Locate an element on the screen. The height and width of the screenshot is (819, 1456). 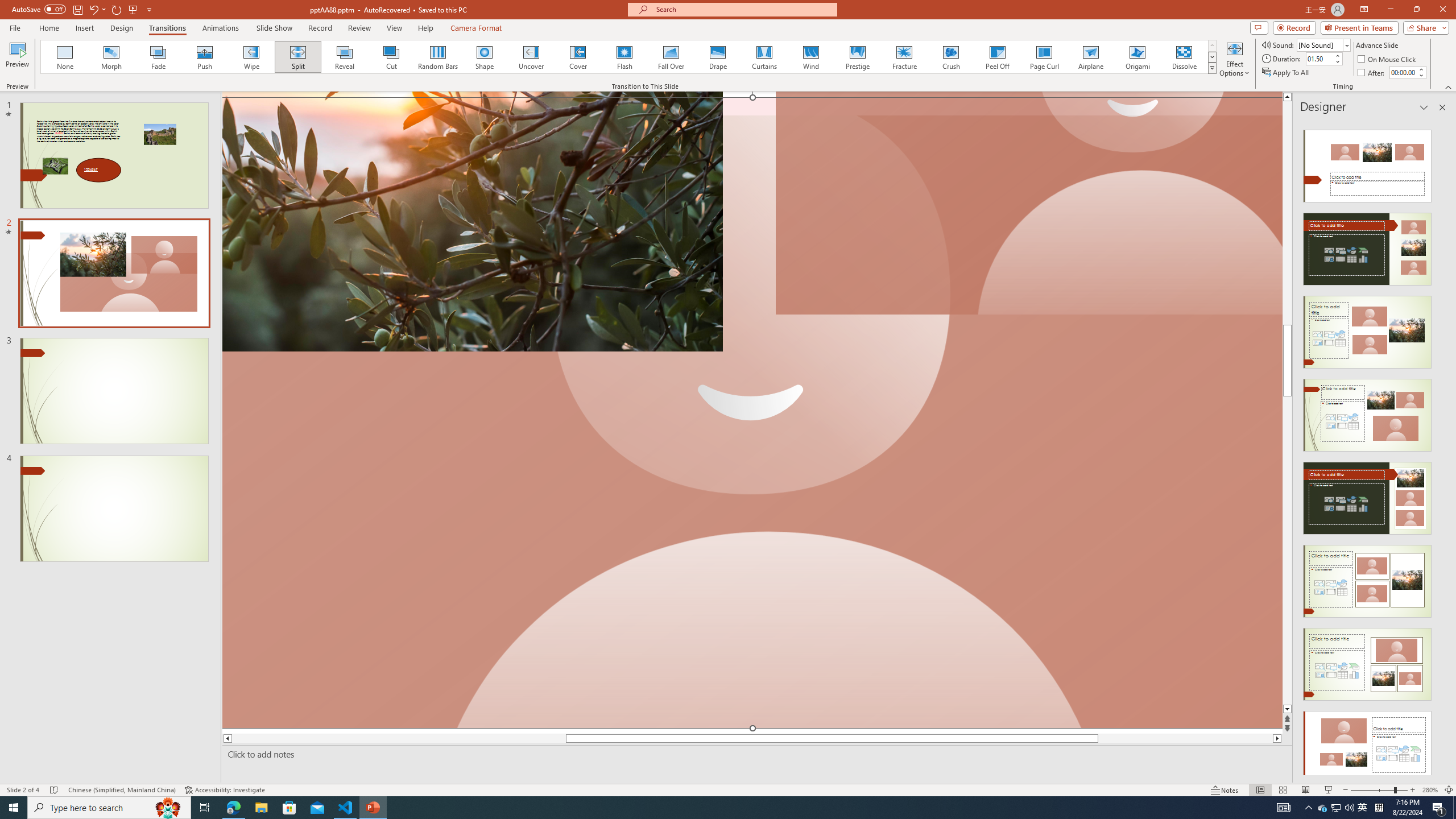
'Fade' is located at coordinates (158, 56).